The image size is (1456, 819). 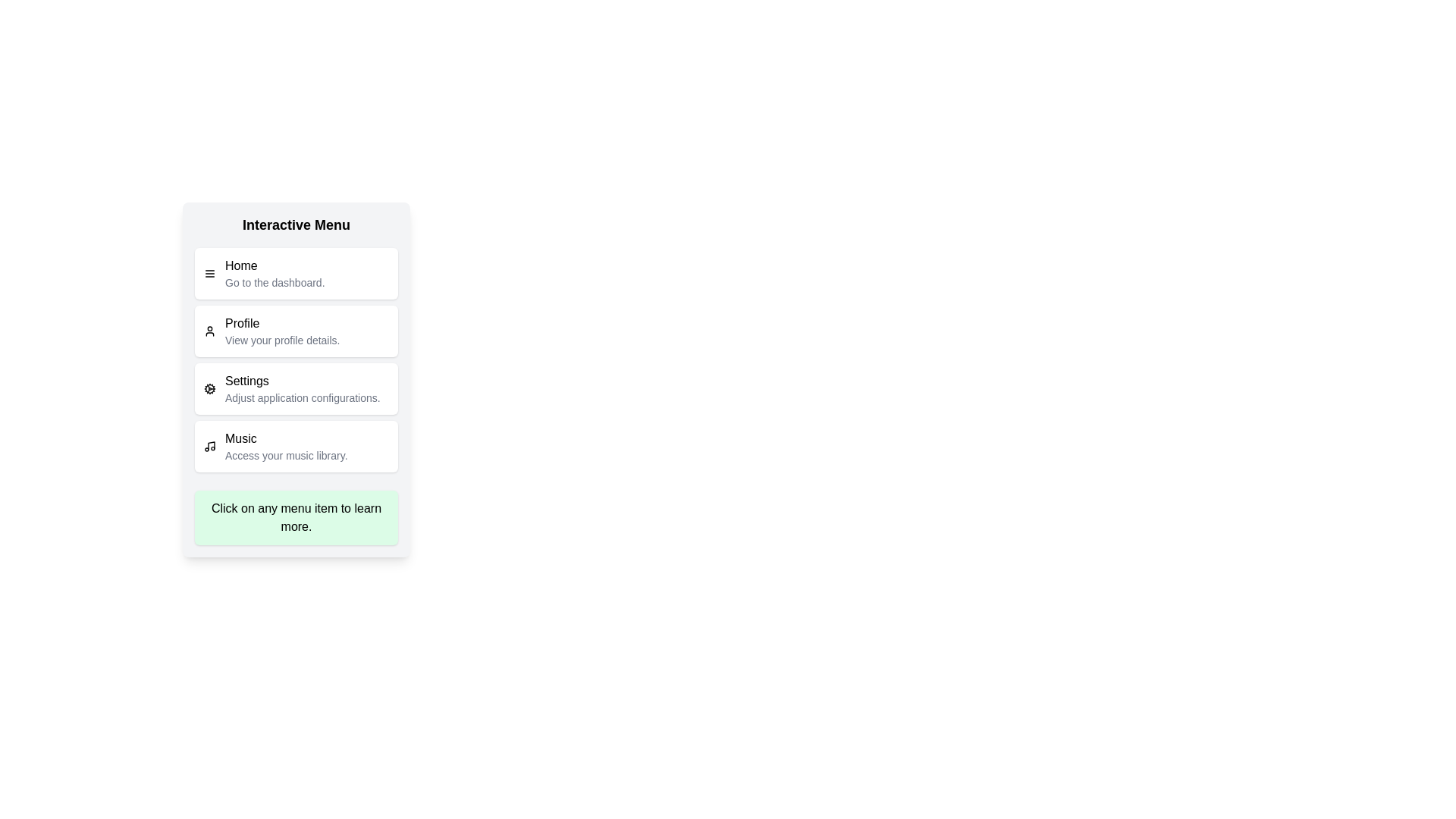 I want to click on the menu item labeled Music to view its description, so click(x=296, y=446).